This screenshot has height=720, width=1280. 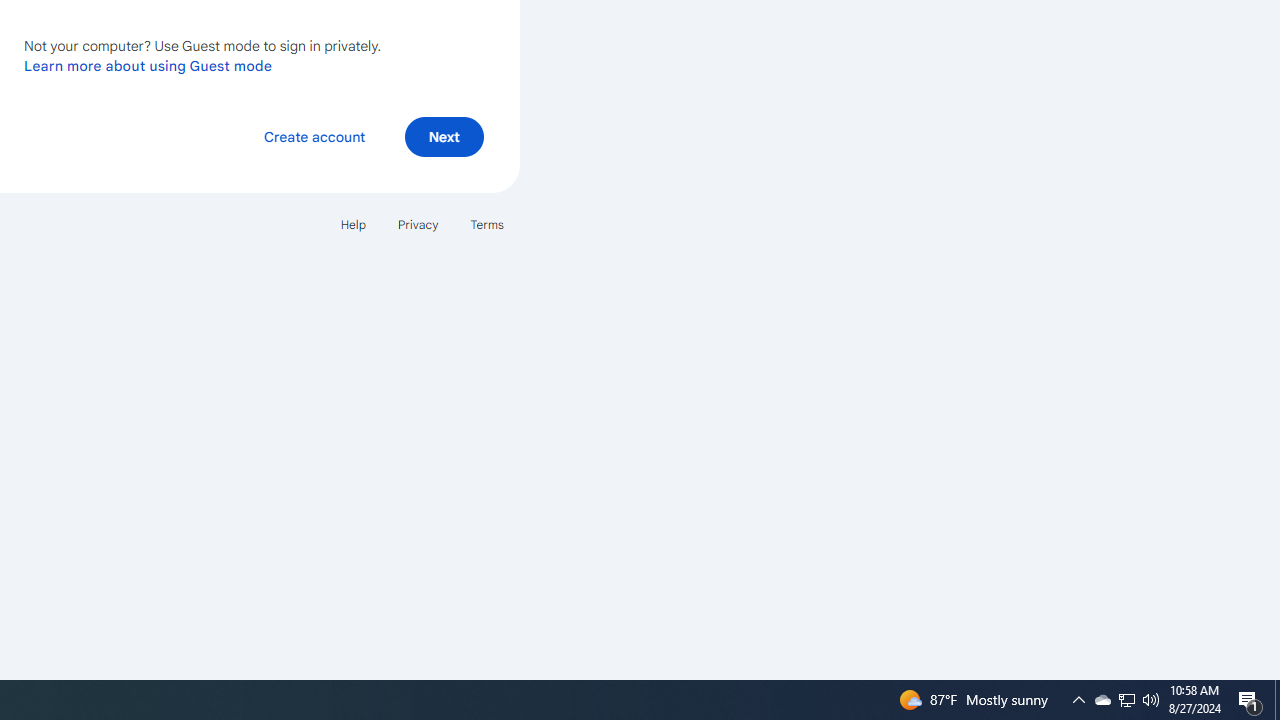 I want to click on 'Create account', so click(x=313, y=135).